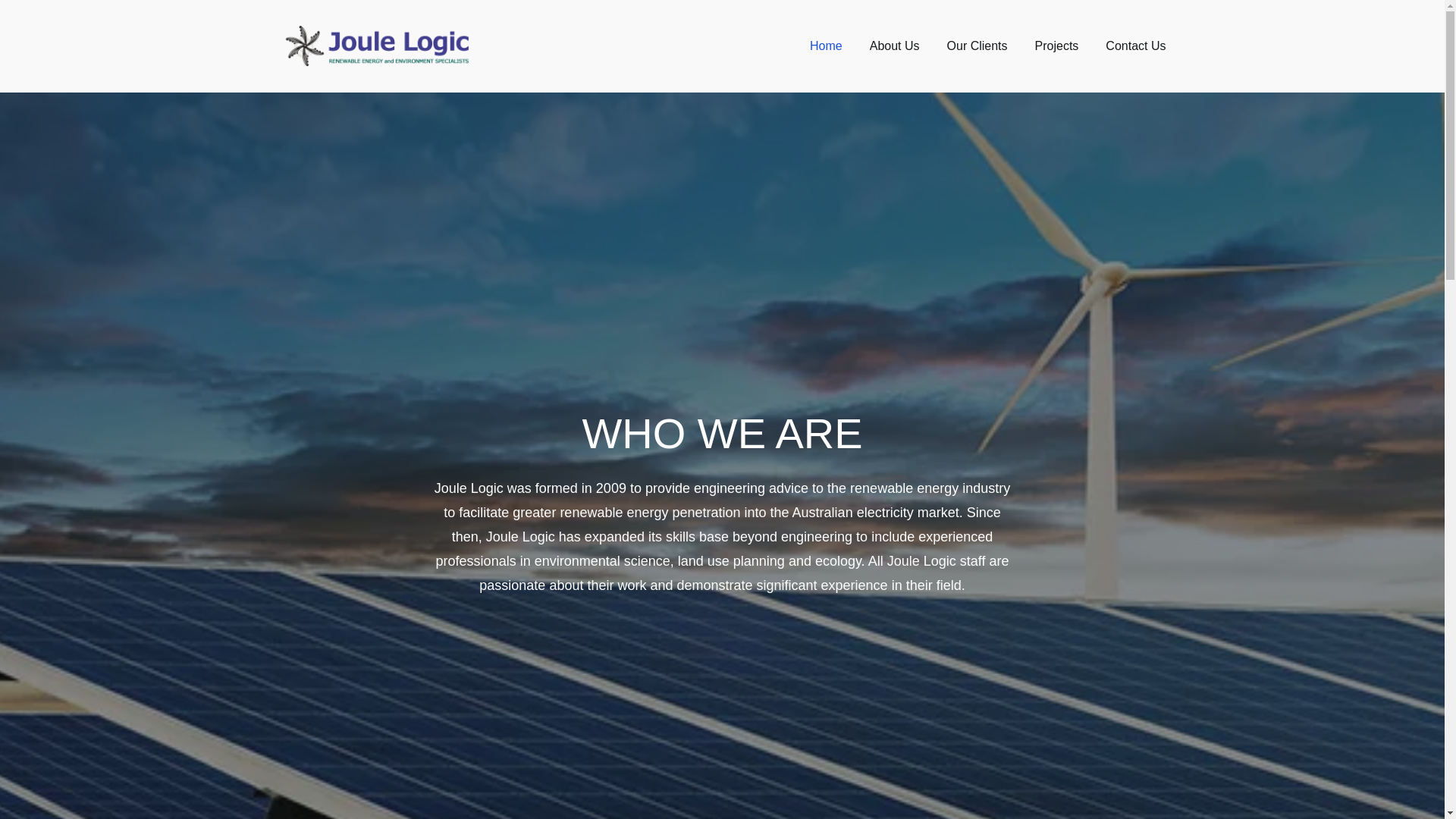  What do you see at coordinates (977, 45) in the screenshot?
I see `'Our Clients'` at bounding box center [977, 45].